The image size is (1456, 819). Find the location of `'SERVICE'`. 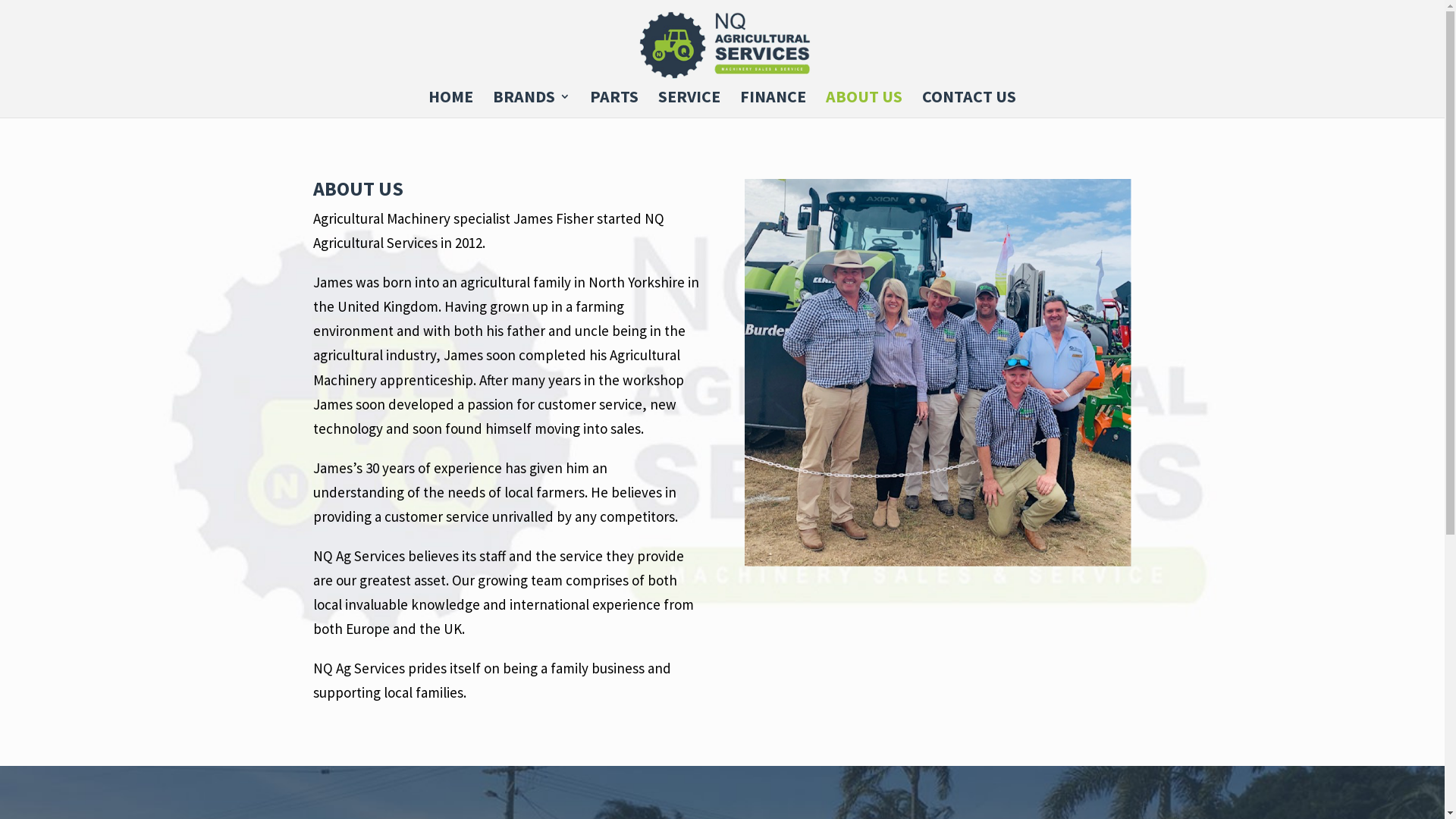

'SERVICE' is located at coordinates (658, 103).